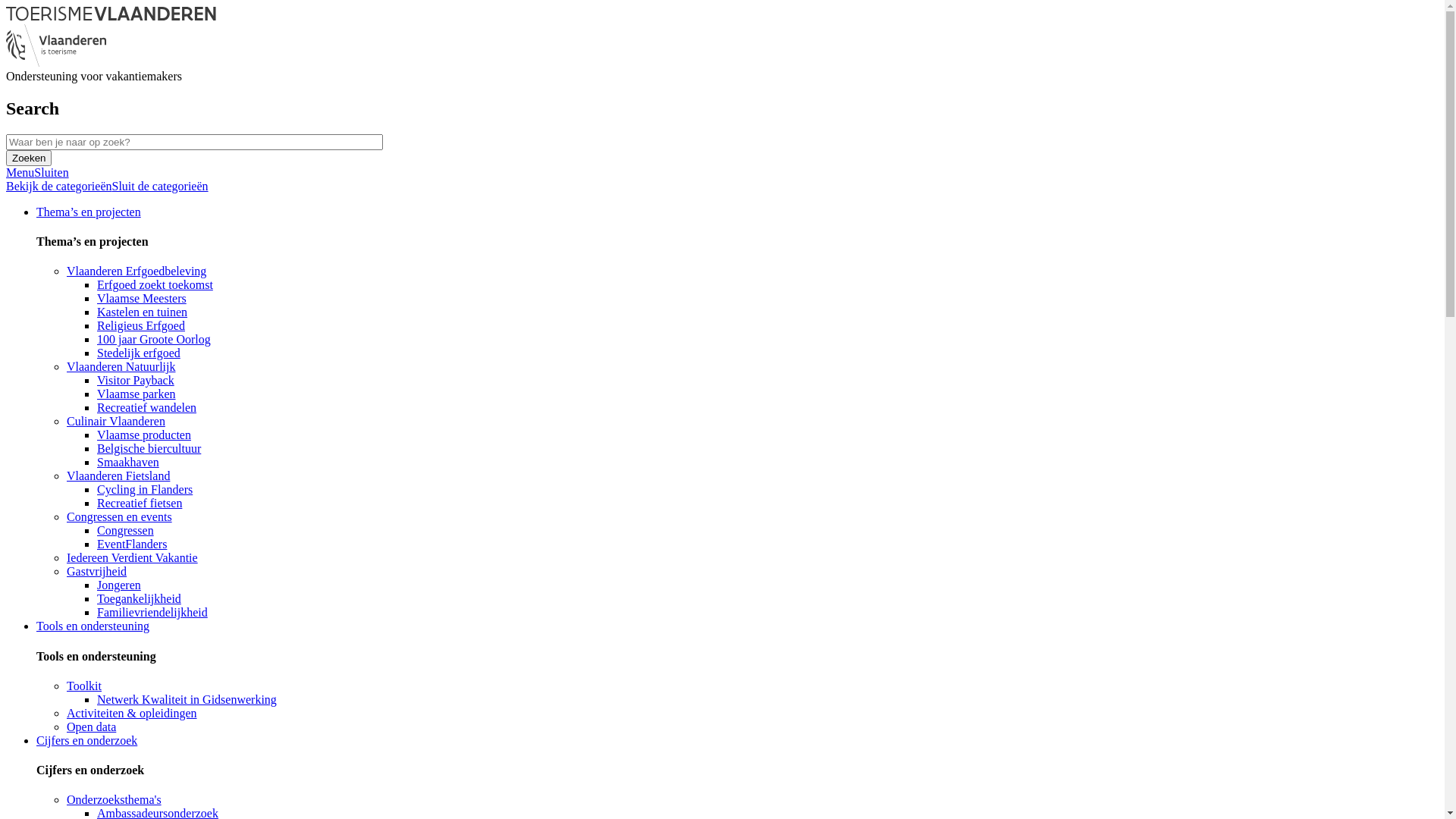 The image size is (1456, 819). What do you see at coordinates (131, 713) in the screenshot?
I see `'Activiteiten & opleidingen'` at bounding box center [131, 713].